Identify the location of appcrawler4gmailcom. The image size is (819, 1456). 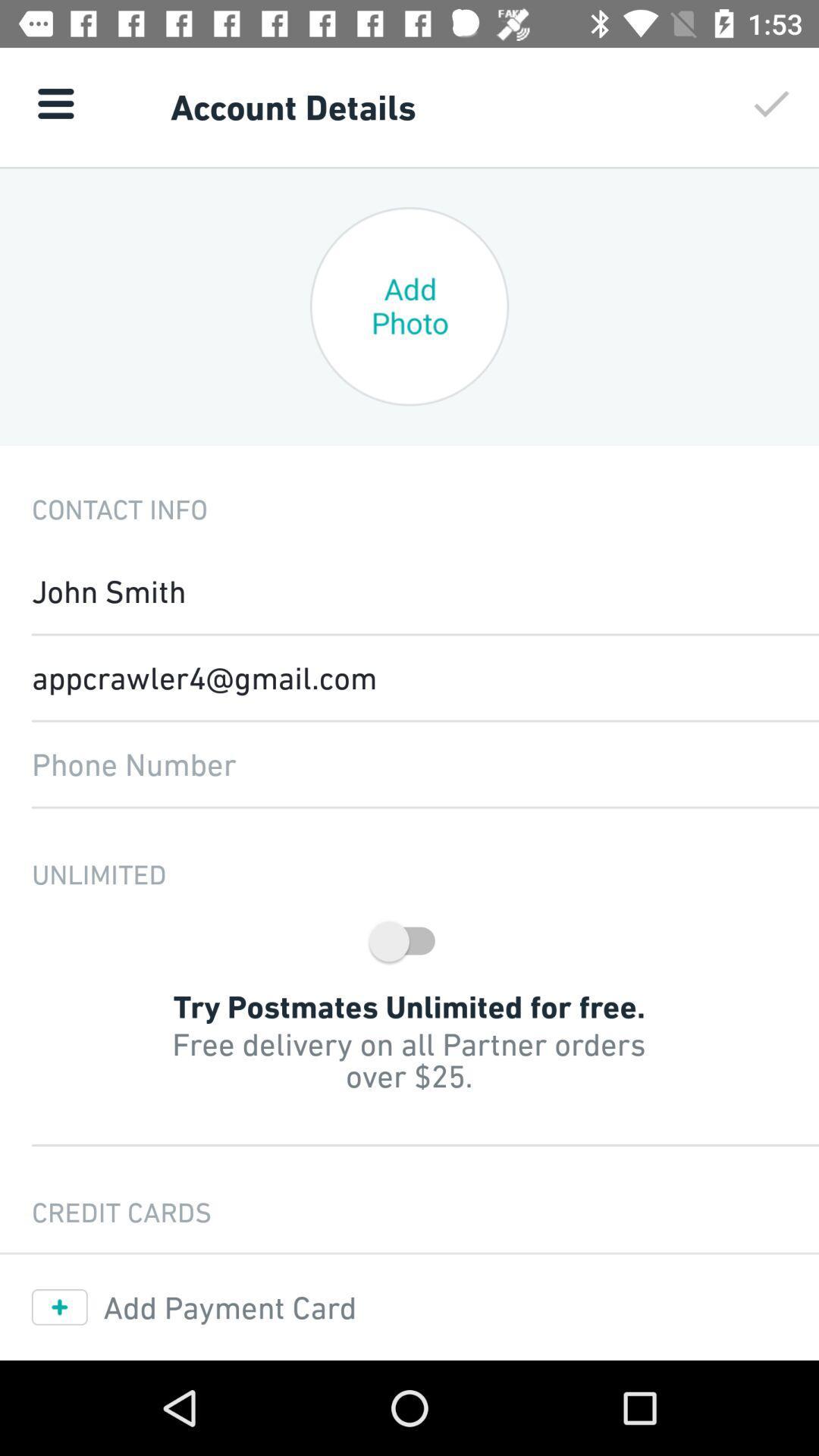
(409, 676).